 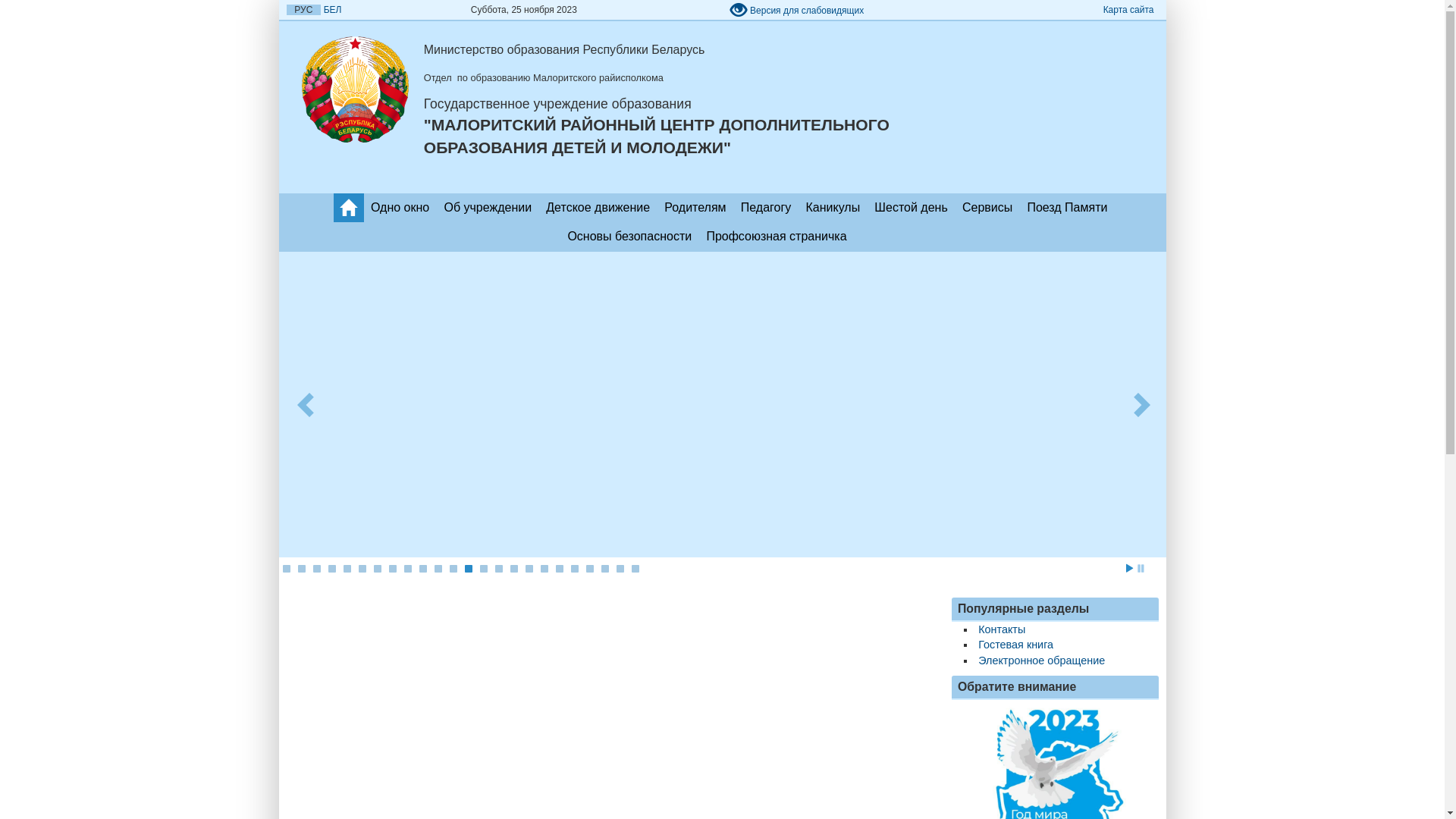 What do you see at coordinates (377, 568) in the screenshot?
I see `'7'` at bounding box center [377, 568].